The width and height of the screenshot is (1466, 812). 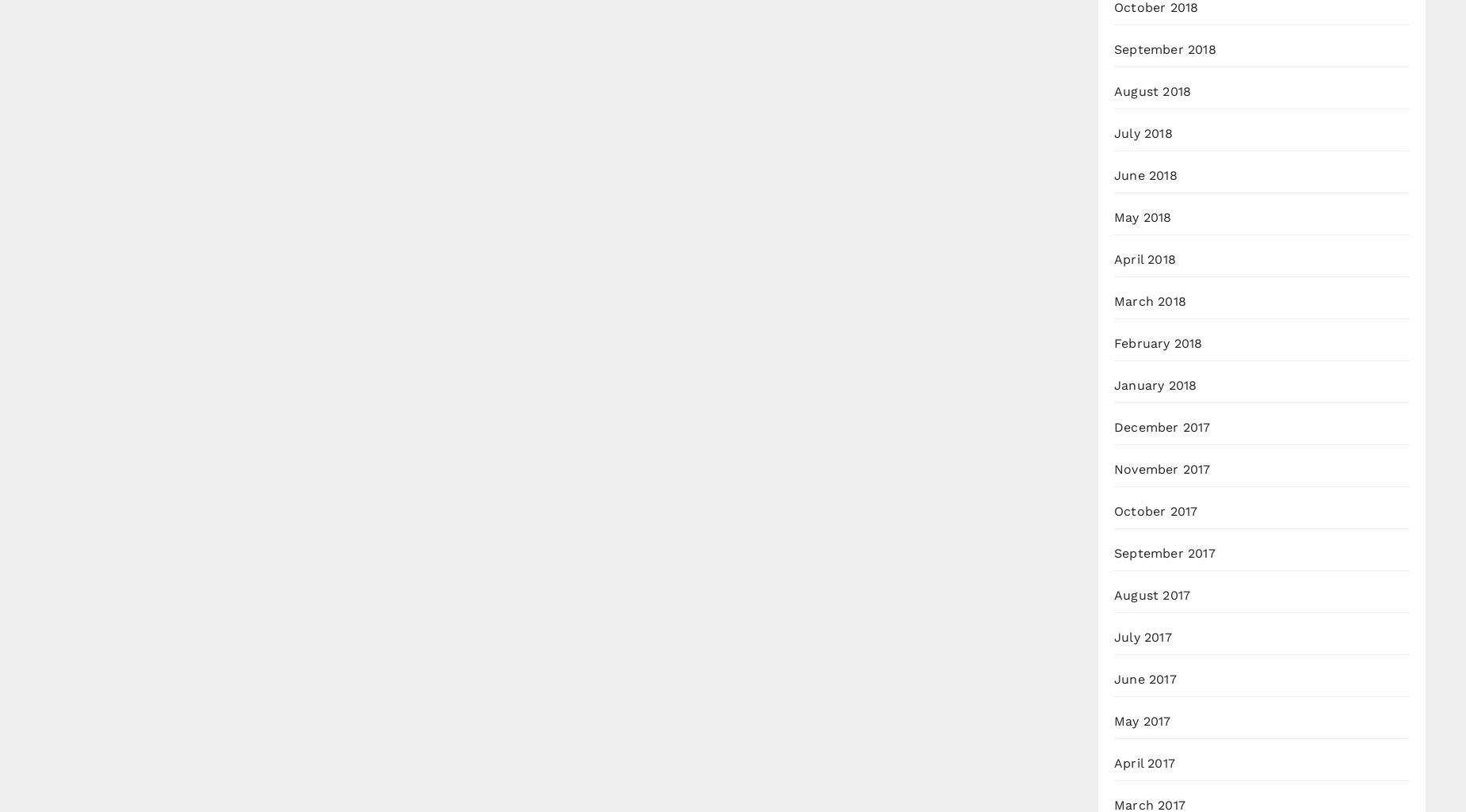 I want to click on 'July 2017', so click(x=1114, y=636).